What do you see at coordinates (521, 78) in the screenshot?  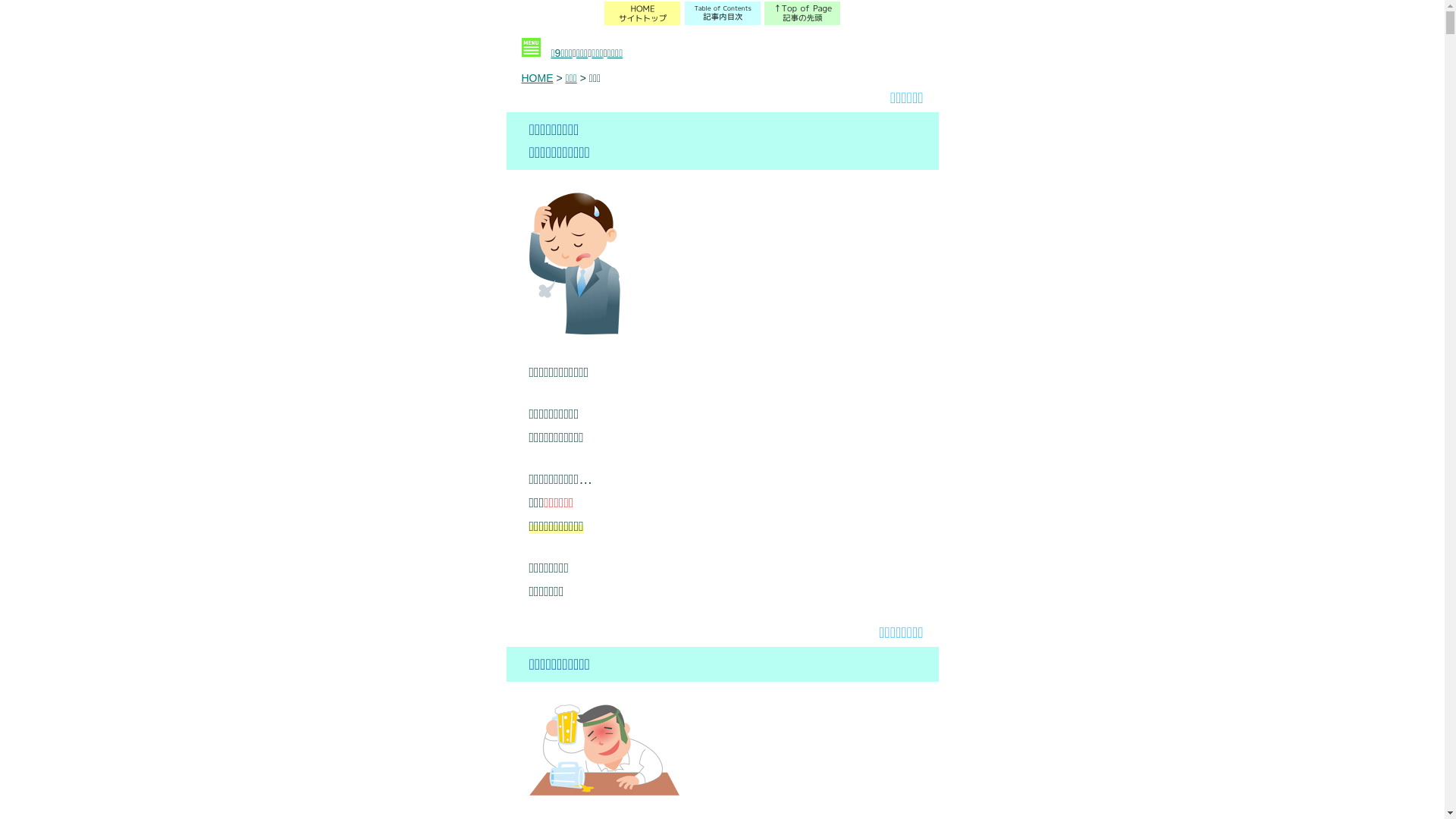 I see `'HOME'` at bounding box center [521, 78].